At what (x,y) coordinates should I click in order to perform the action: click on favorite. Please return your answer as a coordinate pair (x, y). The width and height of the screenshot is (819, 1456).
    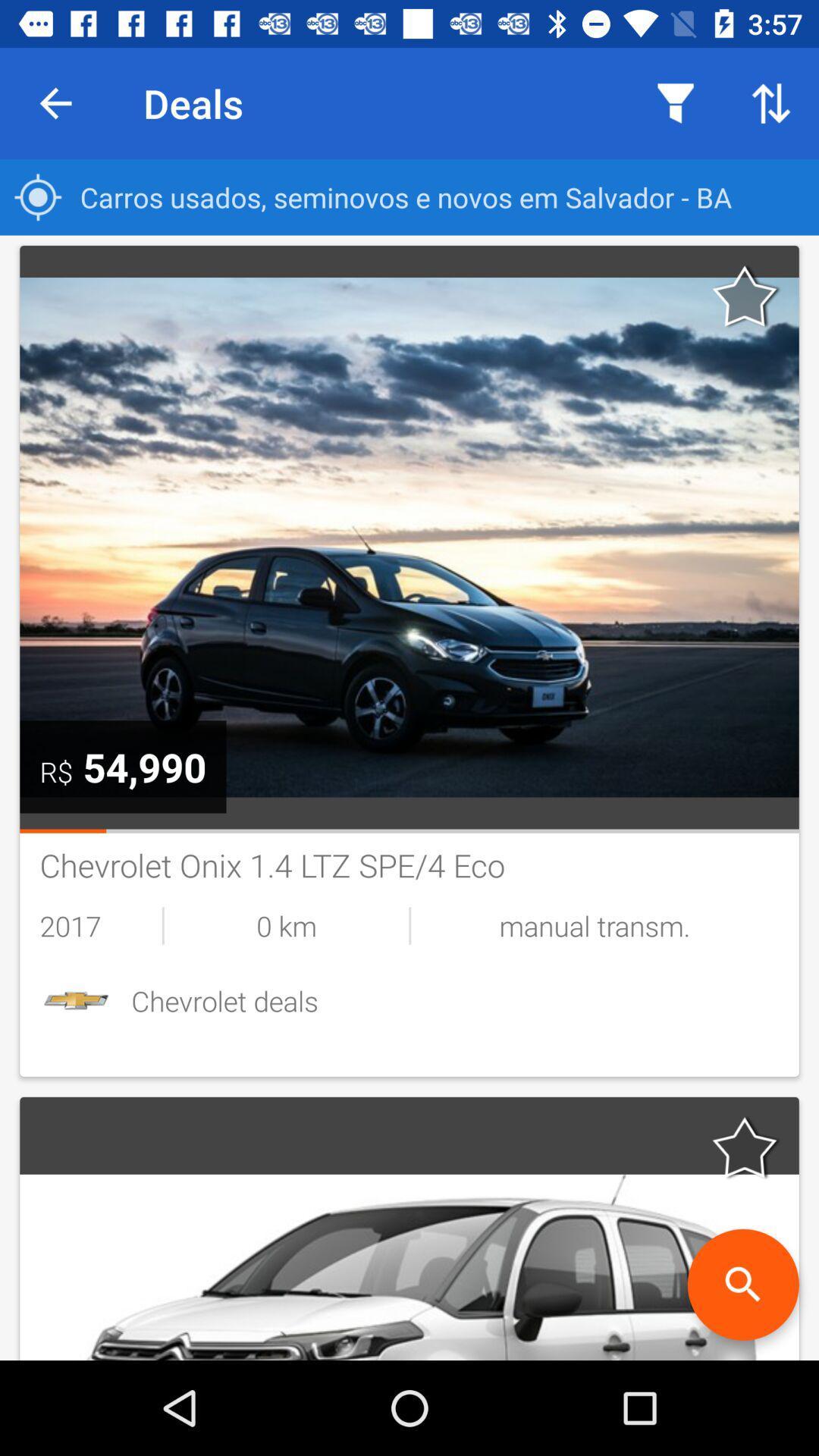
    Looking at the image, I should click on (745, 296).